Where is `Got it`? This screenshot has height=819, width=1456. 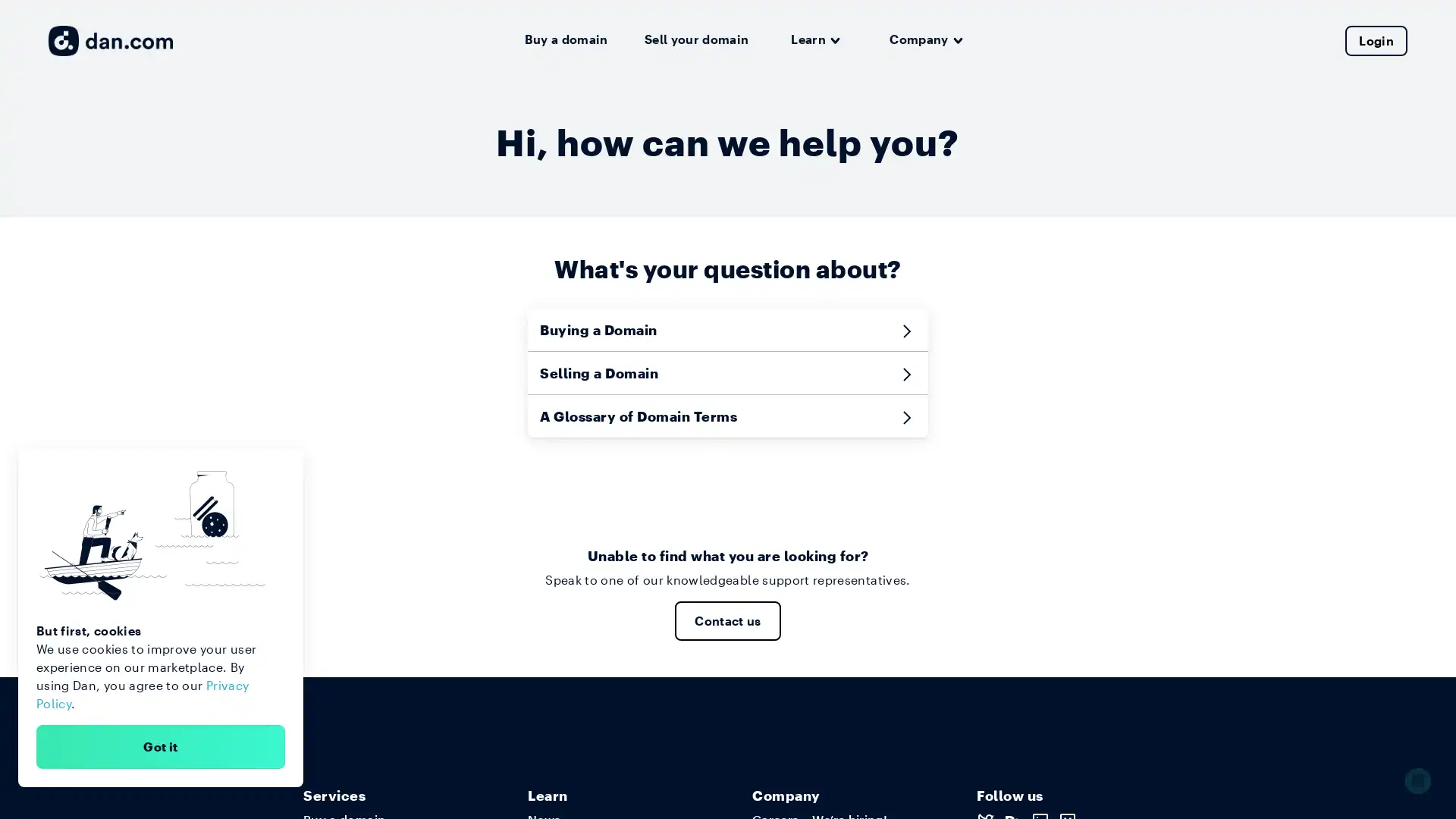 Got it is located at coordinates (160, 745).